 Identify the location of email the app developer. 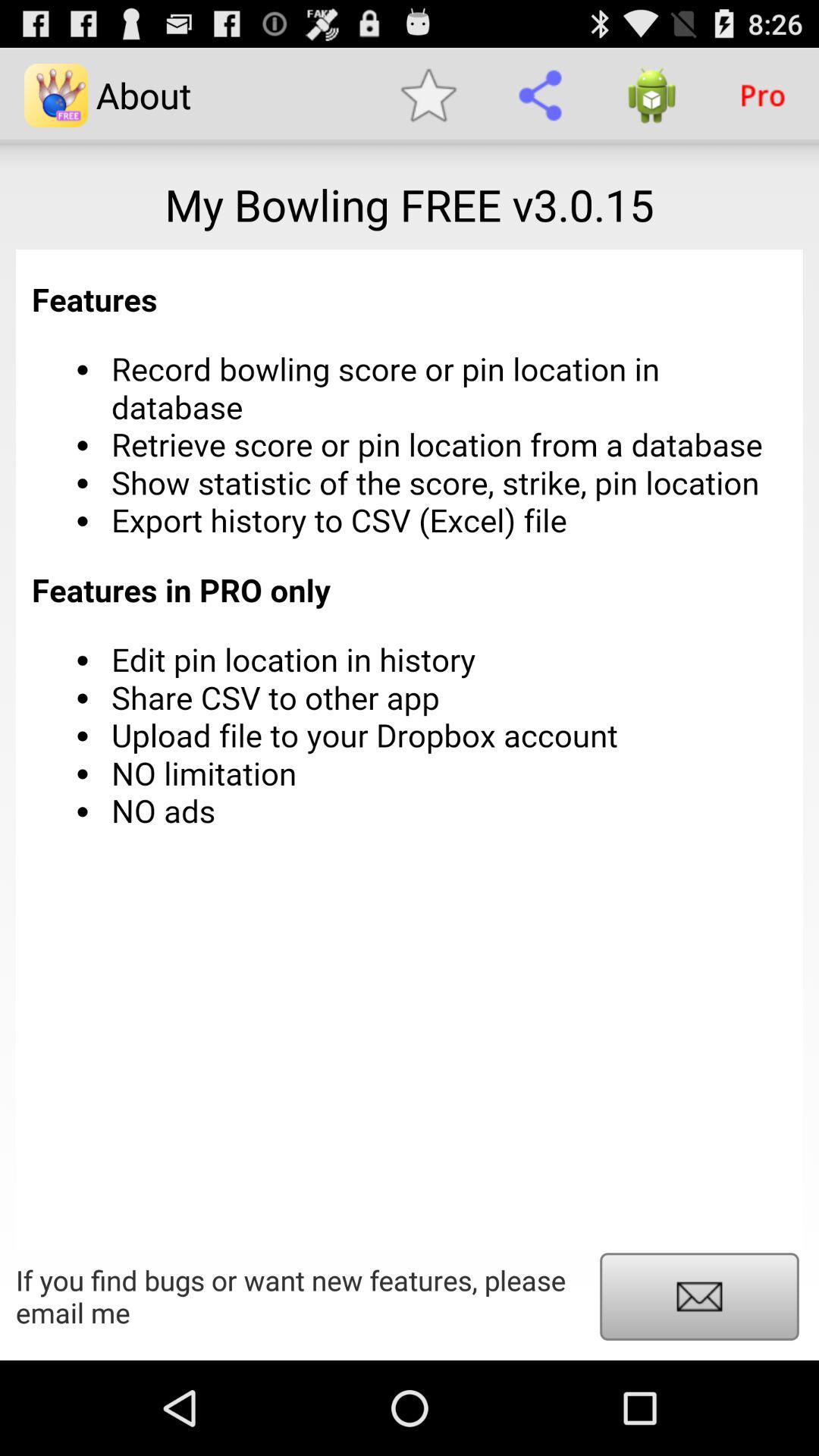
(699, 1295).